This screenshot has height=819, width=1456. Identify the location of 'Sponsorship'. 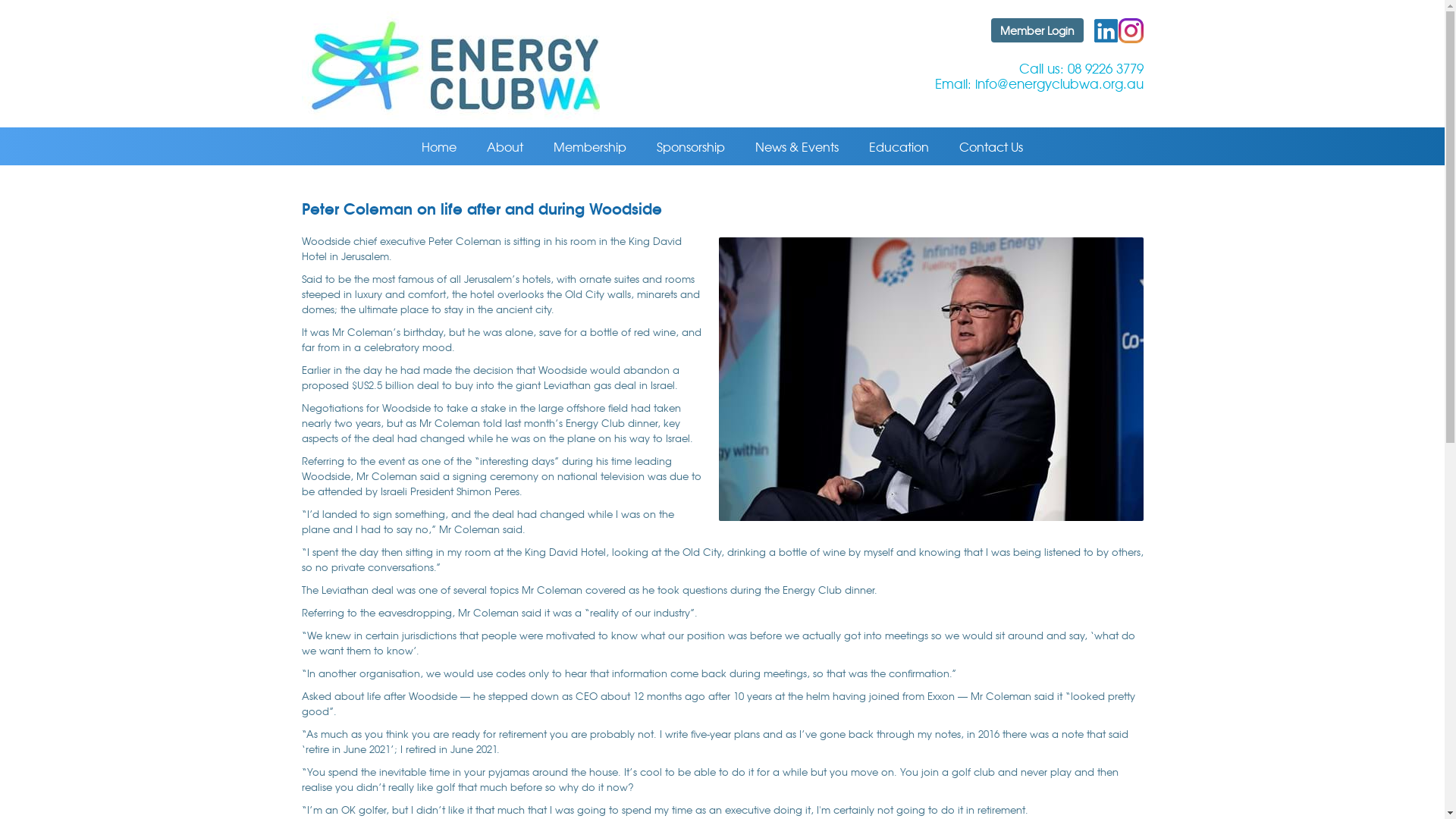
(690, 146).